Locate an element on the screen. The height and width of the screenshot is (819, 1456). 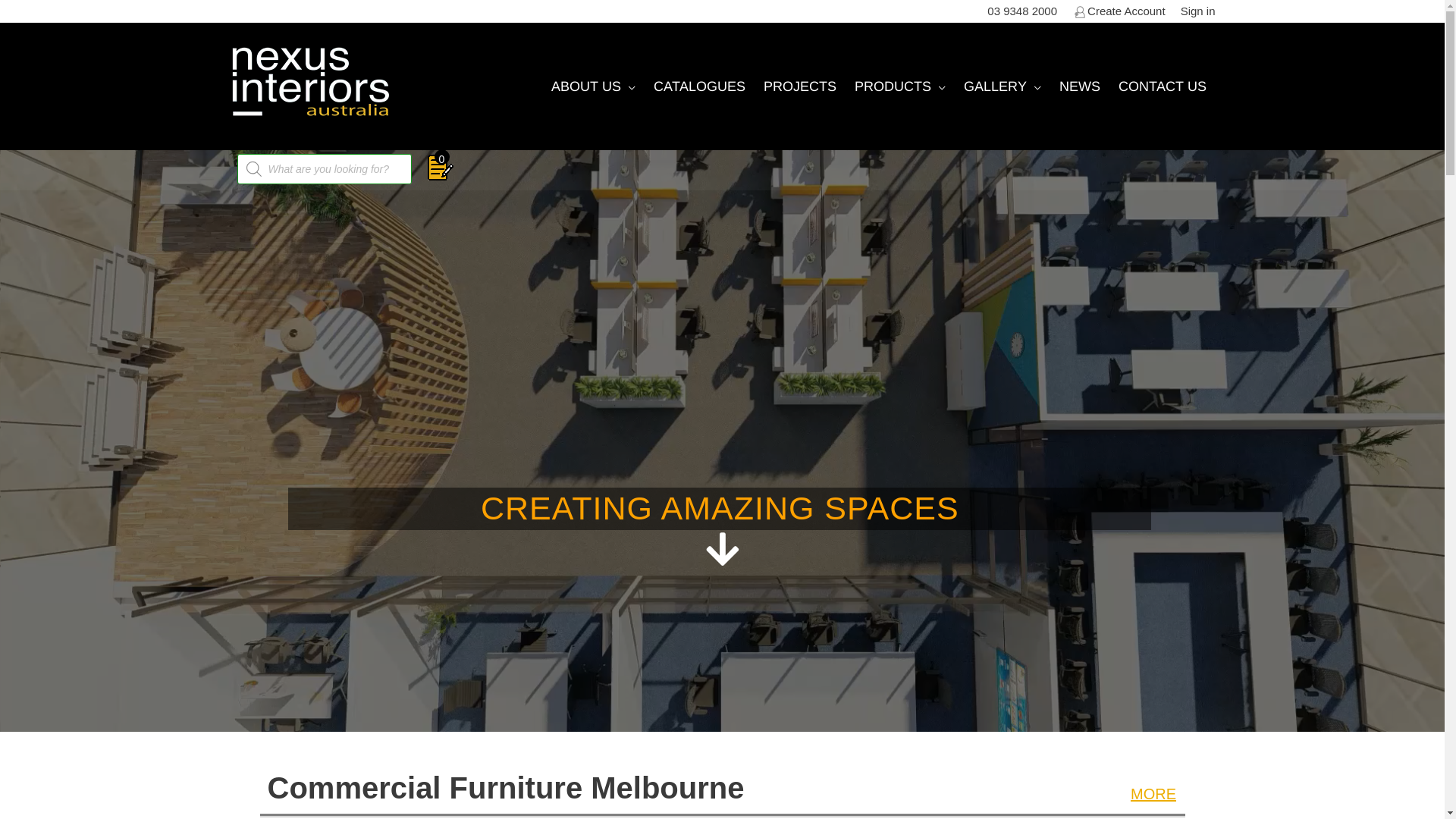
'ABOUT US' is located at coordinates (541, 86).